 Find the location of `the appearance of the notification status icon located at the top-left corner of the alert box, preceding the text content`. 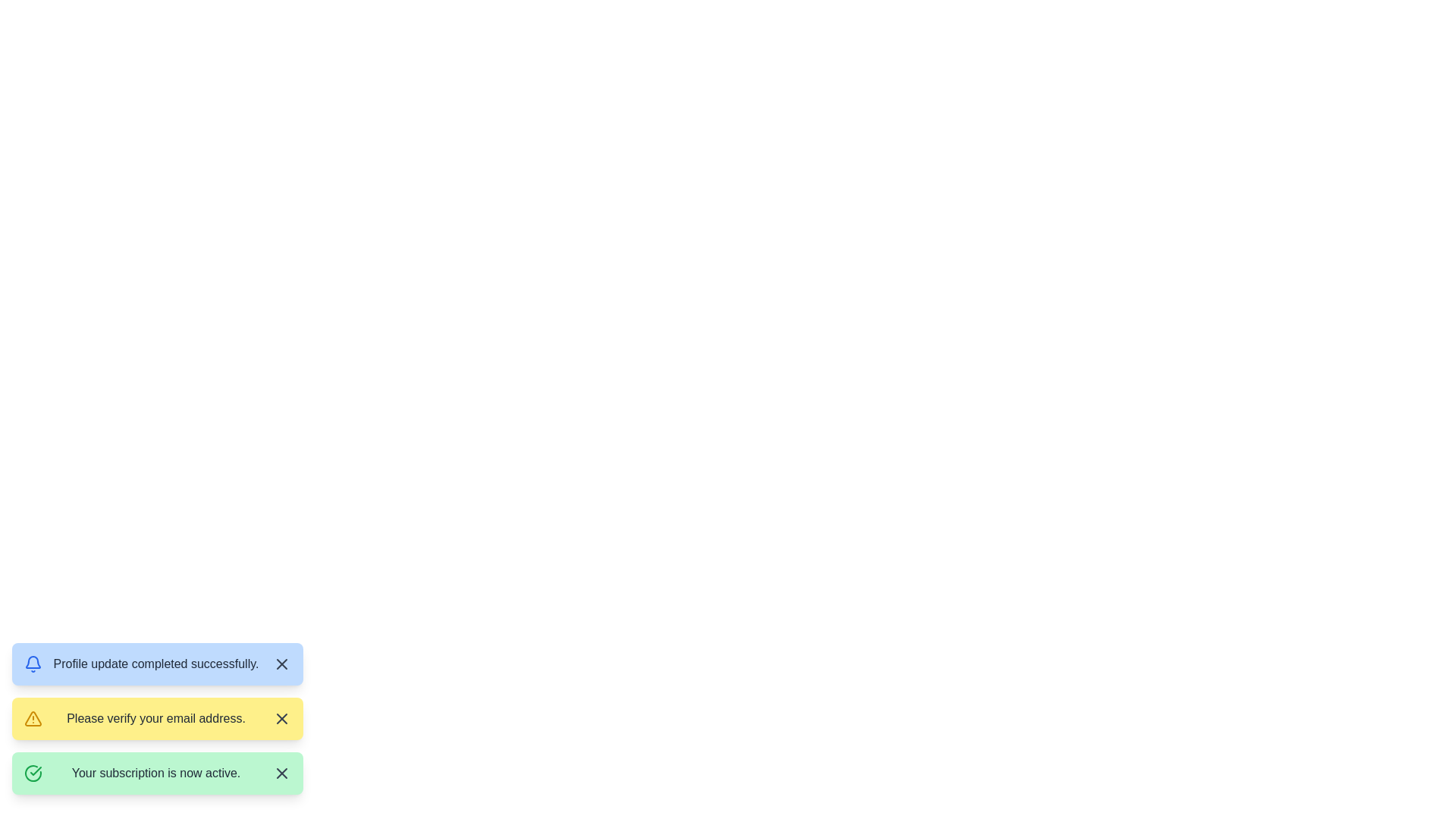

the appearance of the notification status icon located at the top-left corner of the alert box, preceding the text content is located at coordinates (33, 663).